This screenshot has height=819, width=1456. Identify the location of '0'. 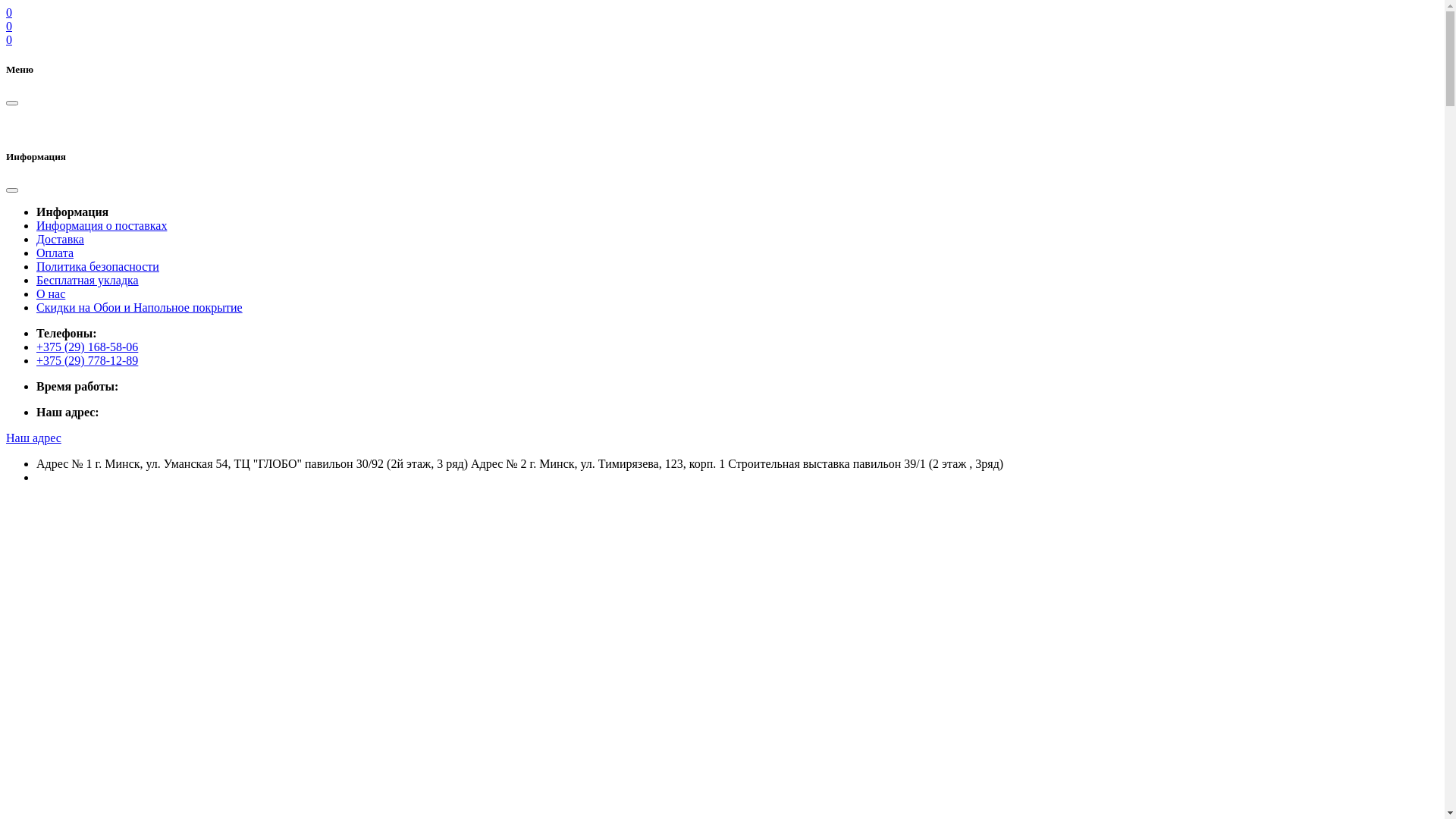
(9, 12).